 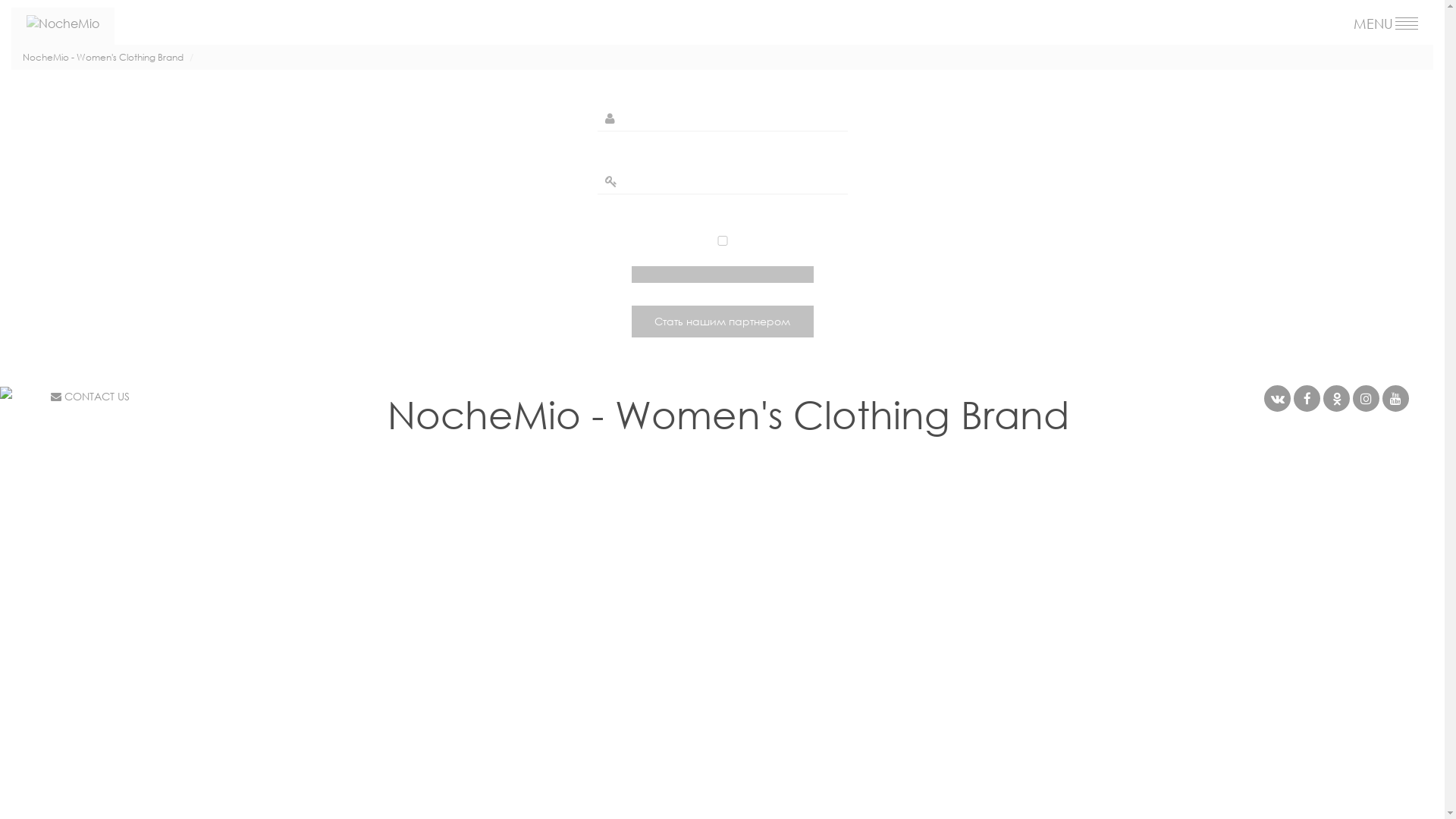 I want to click on 'CONTACT US', so click(x=89, y=395).